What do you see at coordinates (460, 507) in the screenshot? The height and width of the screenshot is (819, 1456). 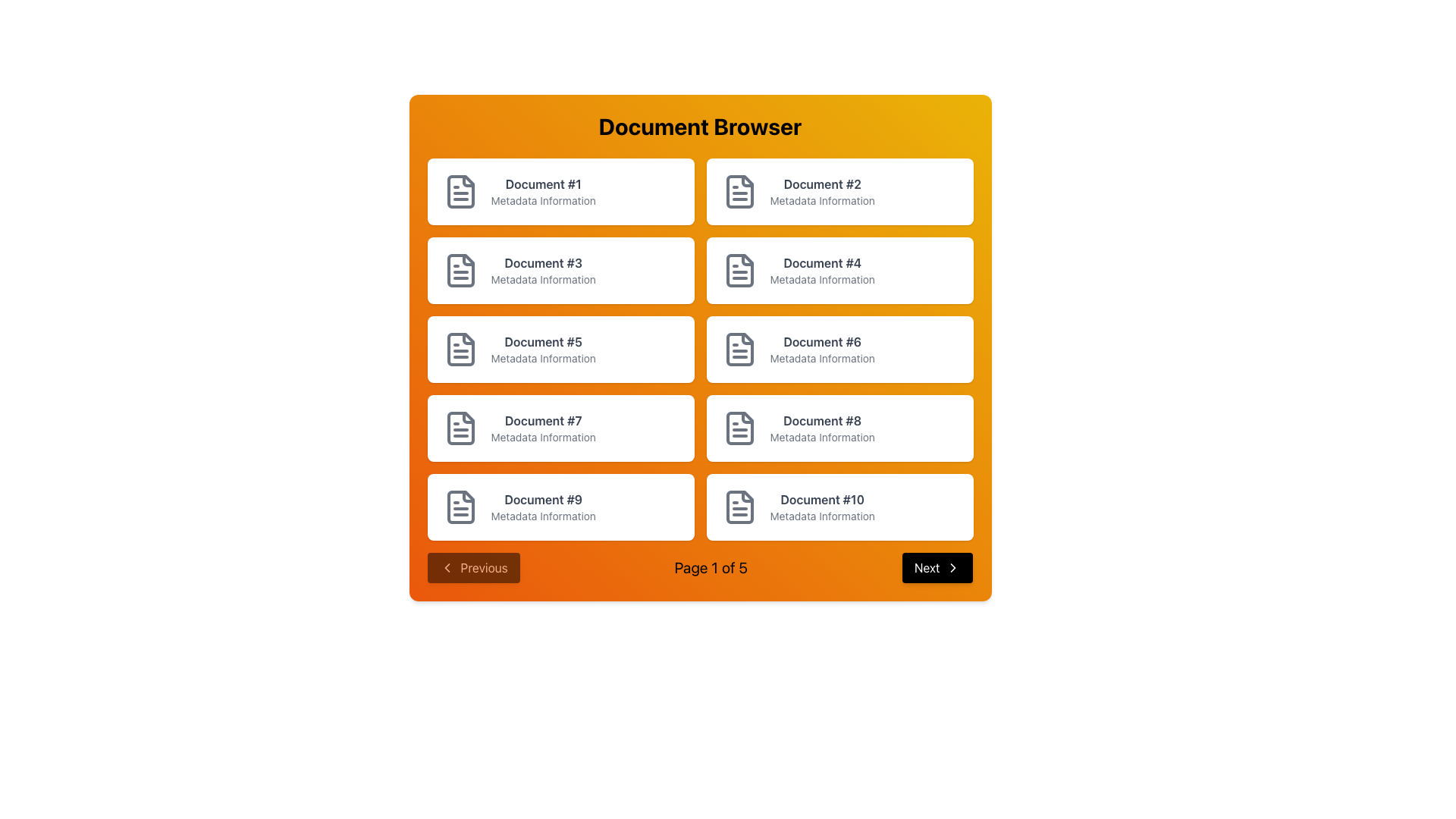 I see `the document icon representing 'Document #9' located in the first column and fifth row of the grid layout by moving the cursor to its center point` at bounding box center [460, 507].